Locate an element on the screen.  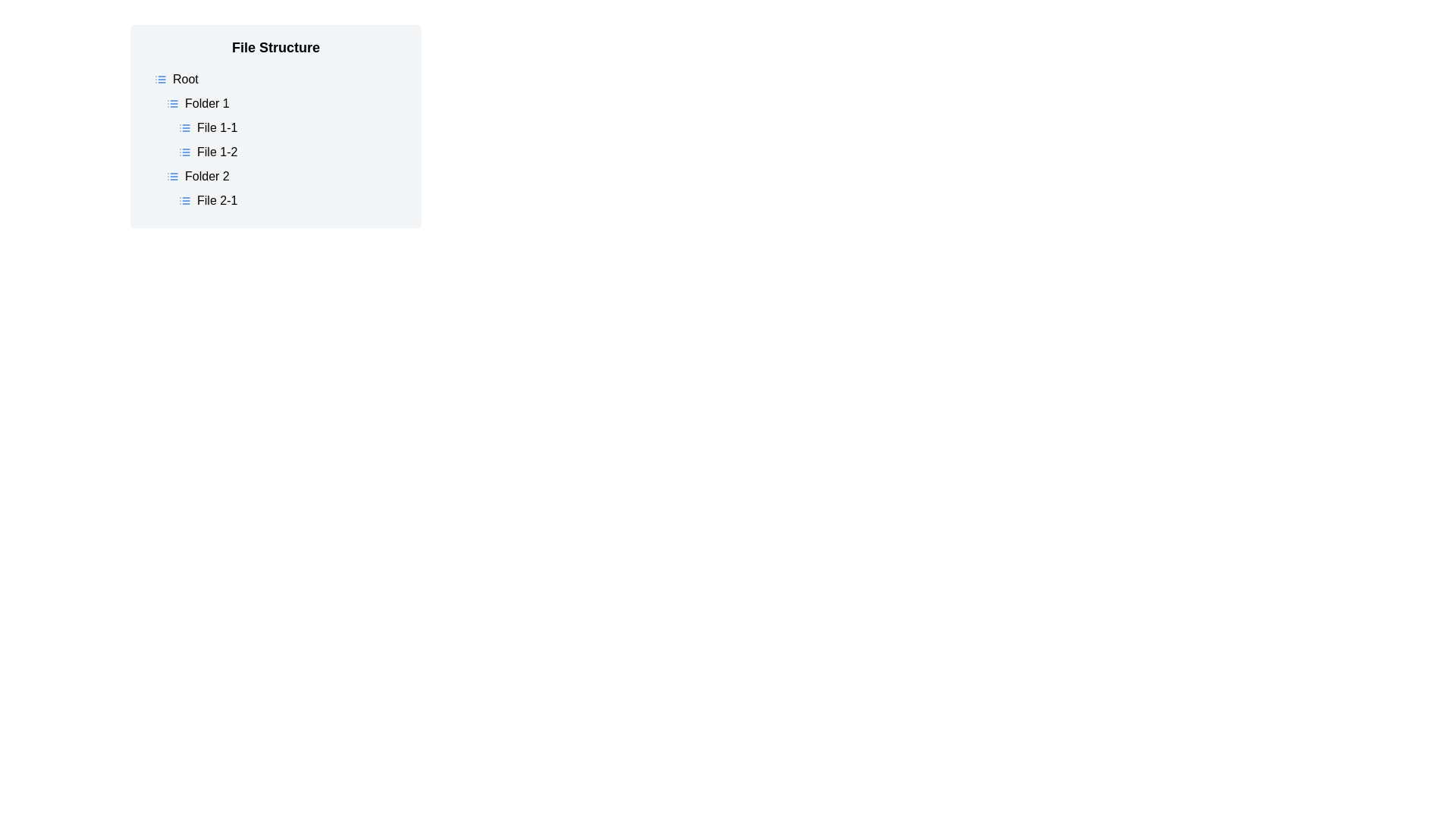
the 'Folder 1' collapsible folder is located at coordinates (287, 127).